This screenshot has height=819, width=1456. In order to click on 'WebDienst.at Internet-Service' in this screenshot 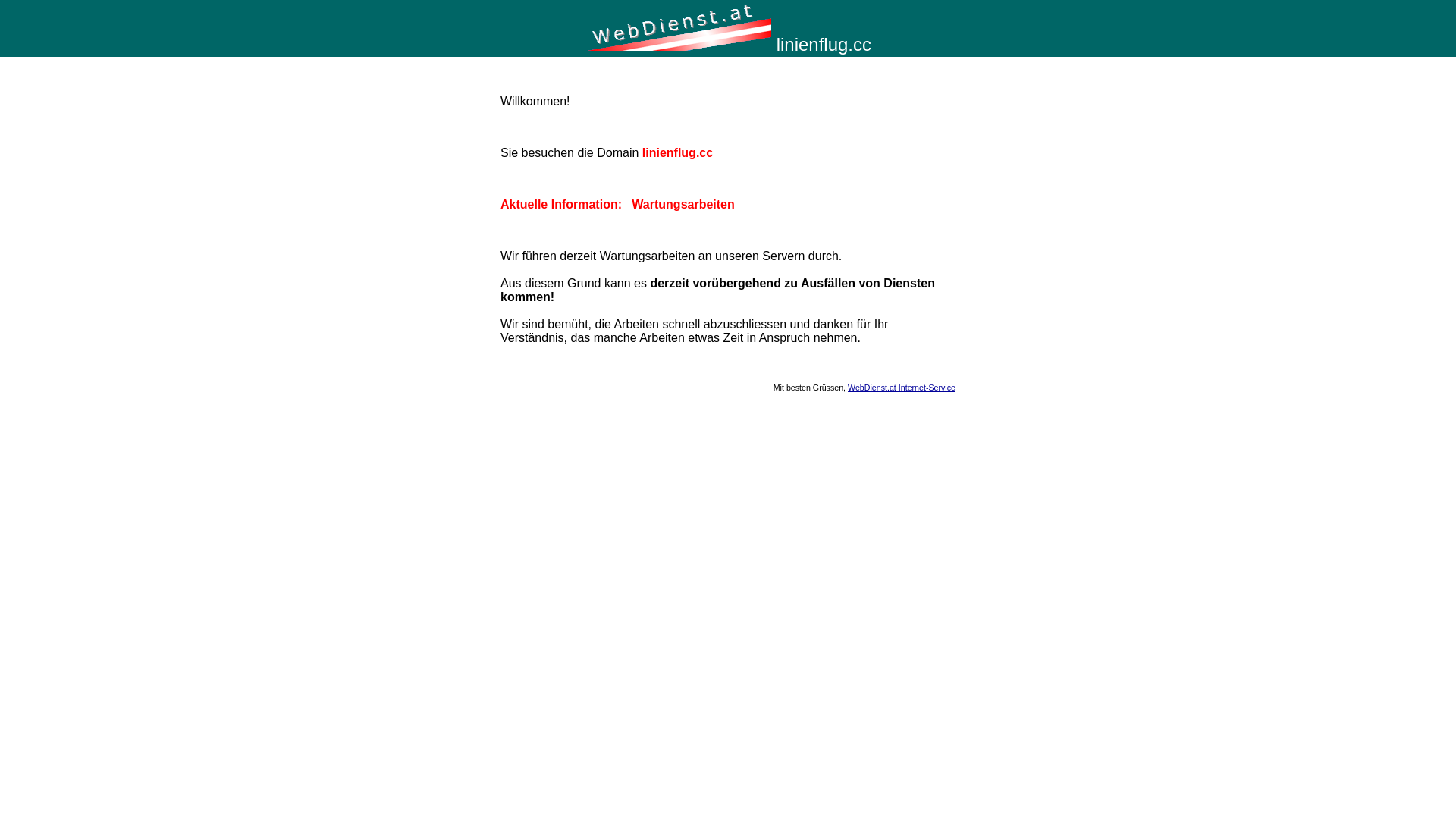, I will do `click(847, 386)`.